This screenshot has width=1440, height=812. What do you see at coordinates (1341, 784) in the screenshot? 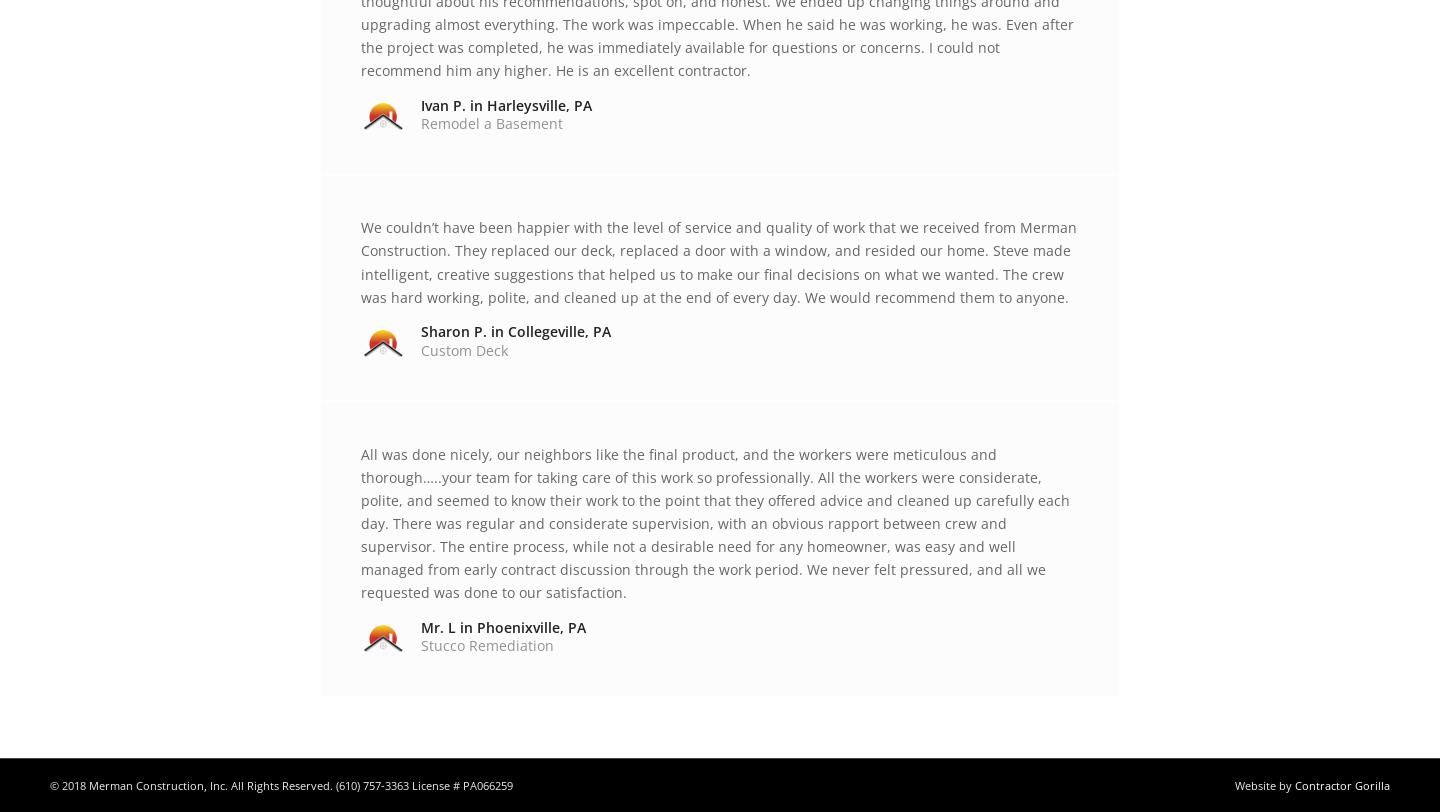
I see `'Contractor Gorilla'` at bounding box center [1341, 784].